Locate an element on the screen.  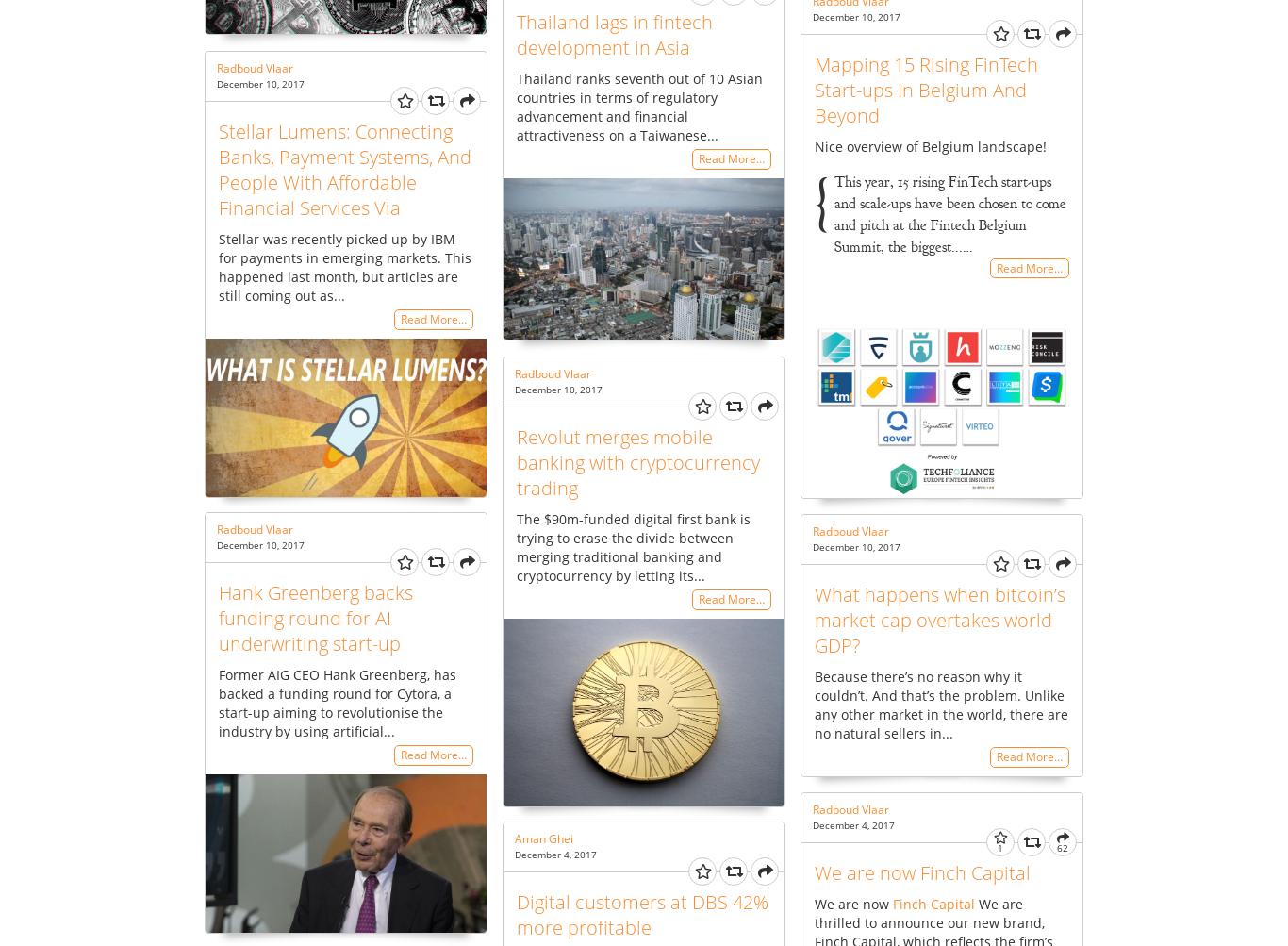
'Former AIG CEO Hank Greenberg, has backed a funding round for Cytora, a start-up aiming to revolutionise the industry by using artificial...' is located at coordinates (337, 701).